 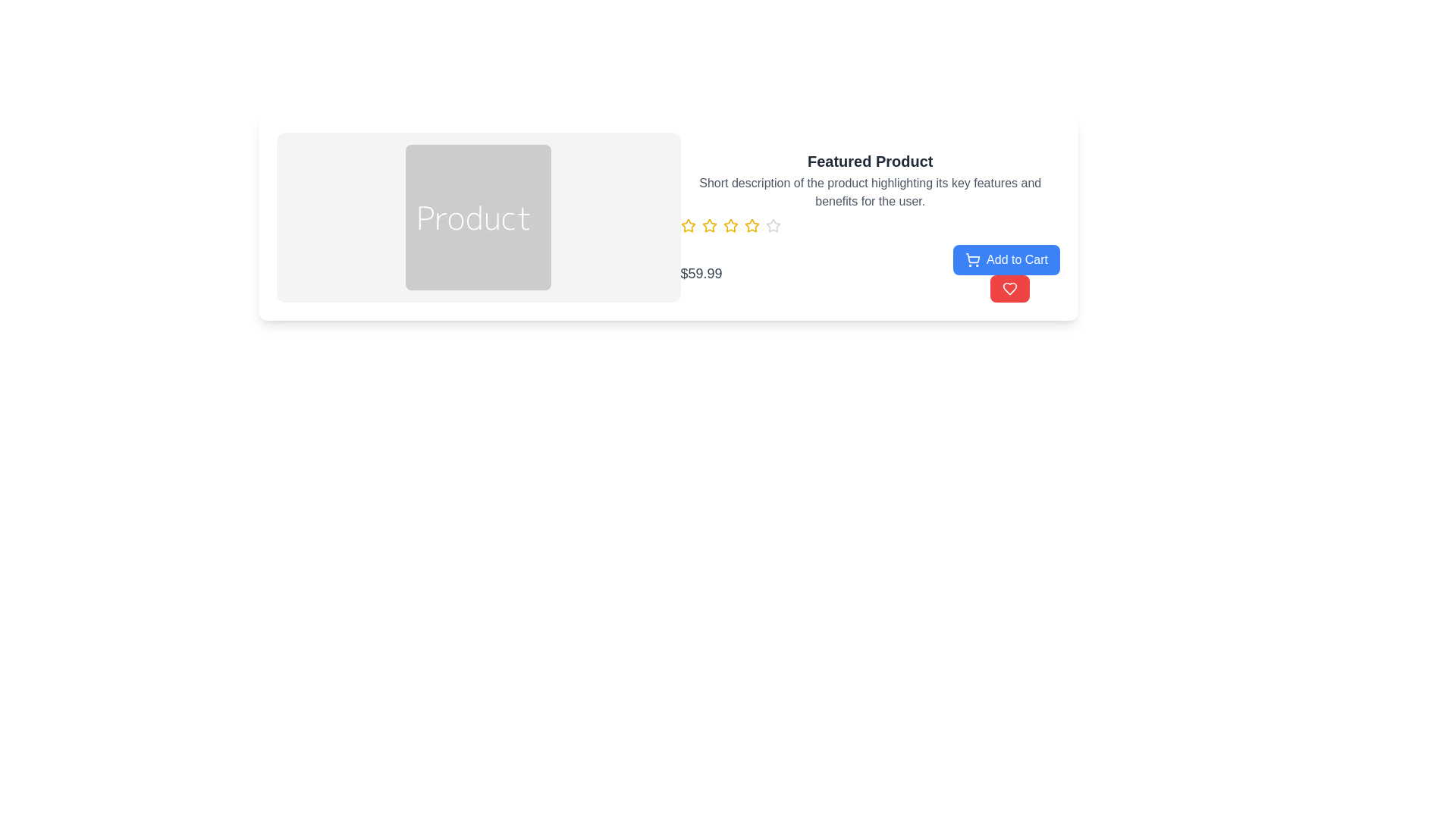 I want to click on the star icons in the Rating control located below the product description and above the price and 'Add to Cart' button, so click(x=870, y=226).